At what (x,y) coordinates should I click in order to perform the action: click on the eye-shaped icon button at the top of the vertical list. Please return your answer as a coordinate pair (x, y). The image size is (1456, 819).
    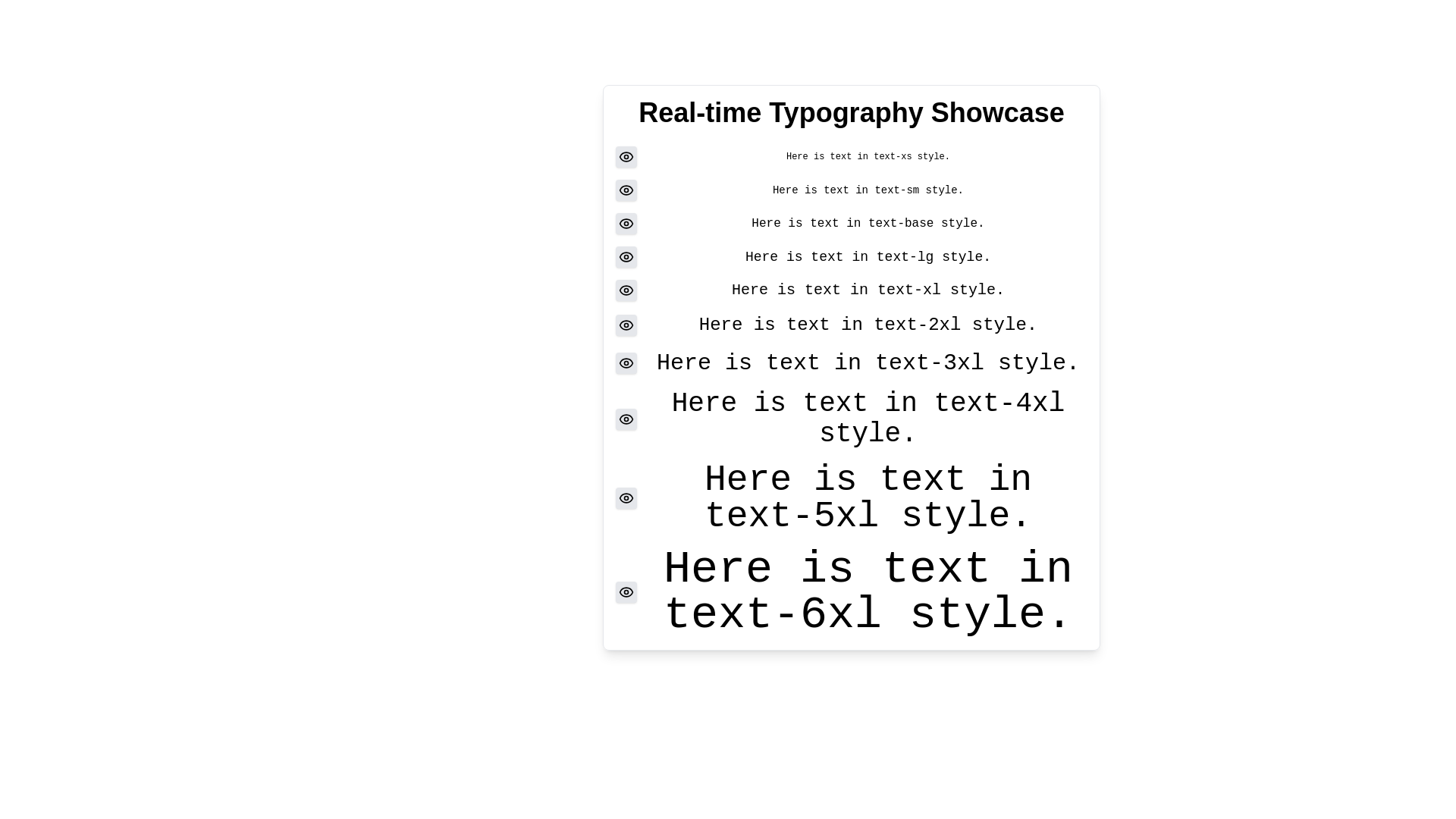
    Looking at the image, I should click on (626, 157).